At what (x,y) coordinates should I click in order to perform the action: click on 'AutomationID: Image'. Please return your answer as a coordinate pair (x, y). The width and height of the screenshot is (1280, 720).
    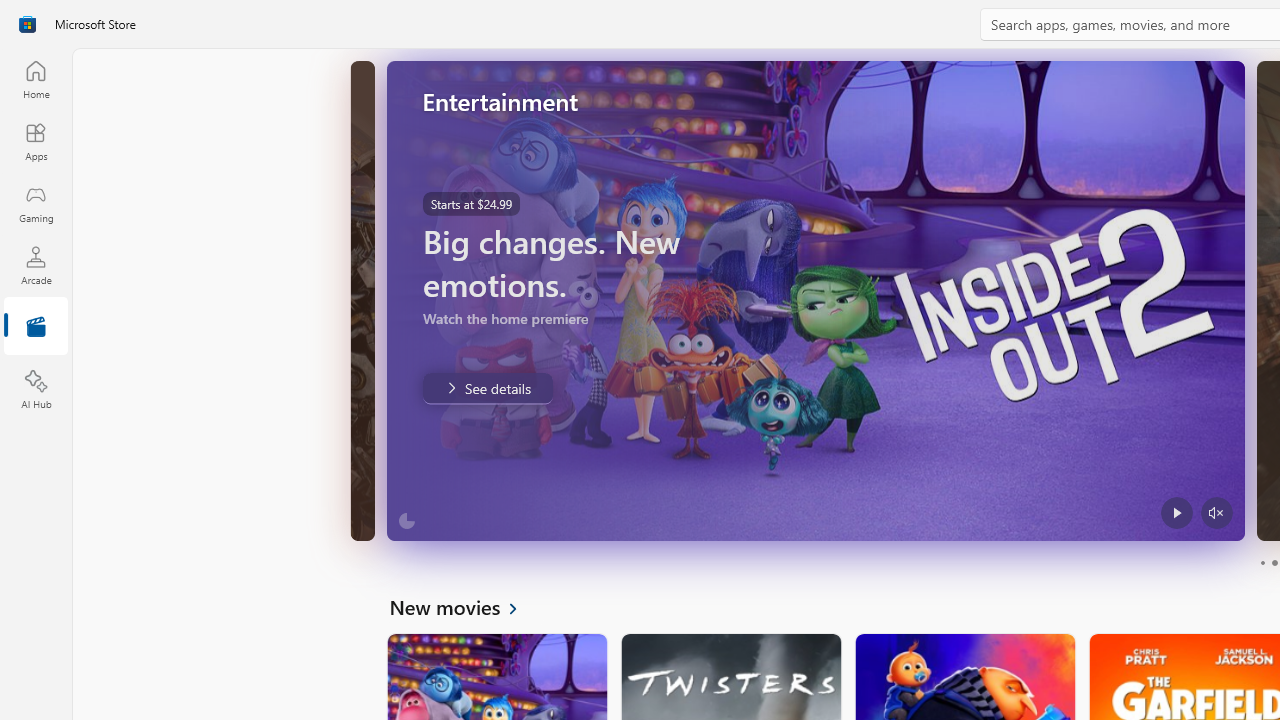
    Looking at the image, I should click on (815, 300).